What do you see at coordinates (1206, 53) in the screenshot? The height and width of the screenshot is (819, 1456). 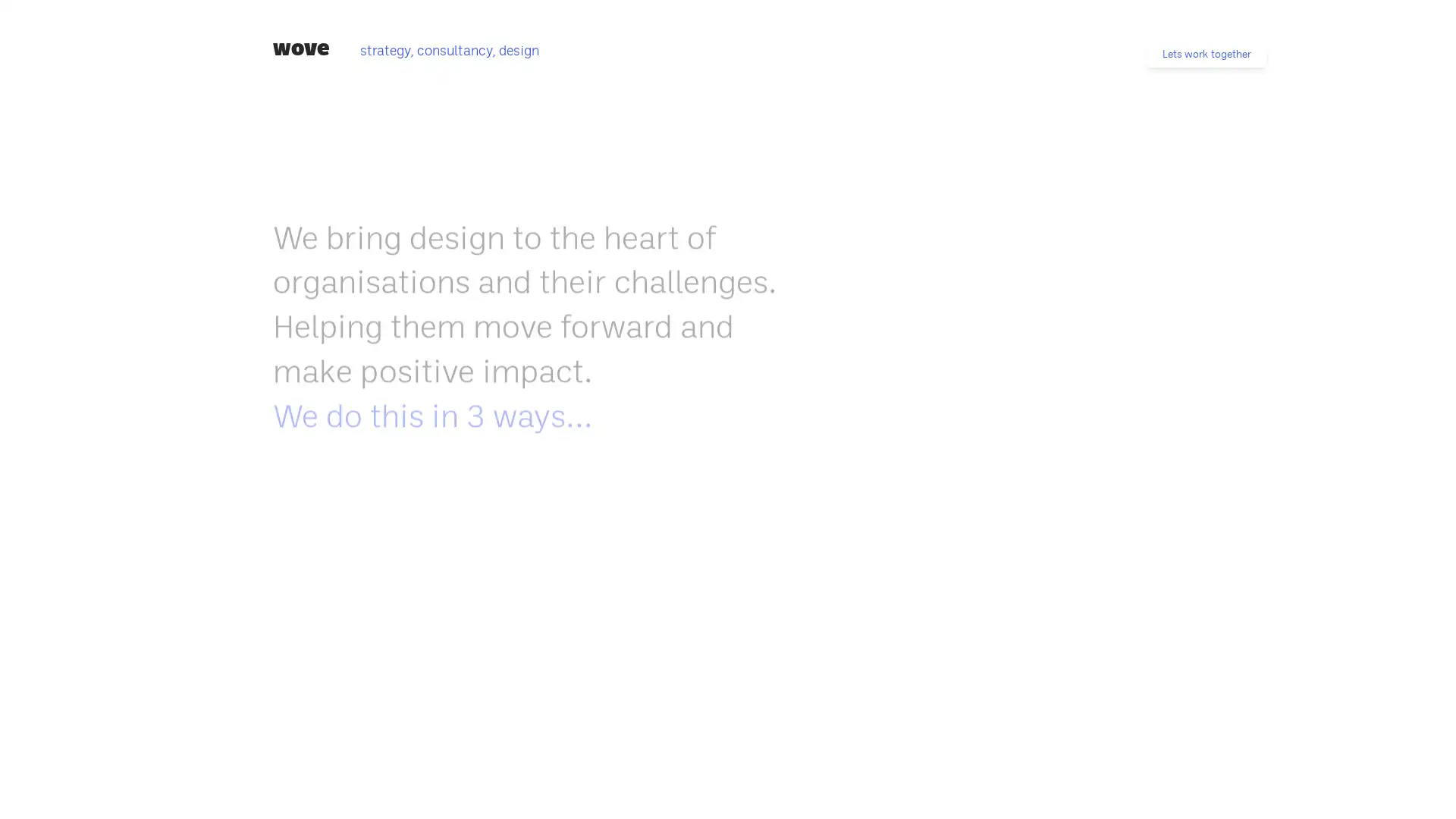 I see `Lets work together` at bounding box center [1206, 53].